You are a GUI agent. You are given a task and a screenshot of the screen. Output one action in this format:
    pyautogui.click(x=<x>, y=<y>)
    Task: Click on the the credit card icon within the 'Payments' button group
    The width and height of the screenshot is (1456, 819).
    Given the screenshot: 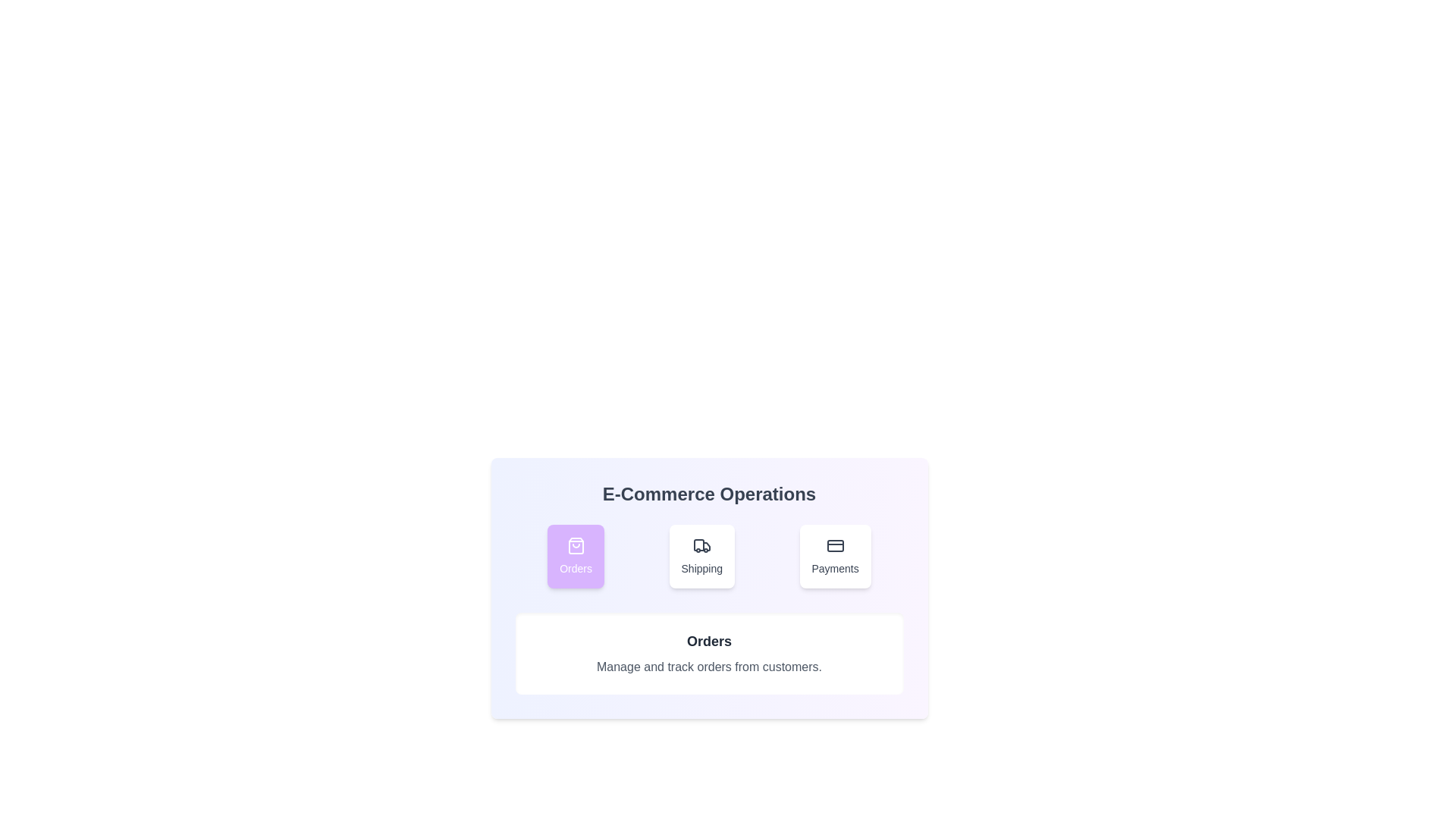 What is the action you would take?
    pyautogui.click(x=834, y=546)
    